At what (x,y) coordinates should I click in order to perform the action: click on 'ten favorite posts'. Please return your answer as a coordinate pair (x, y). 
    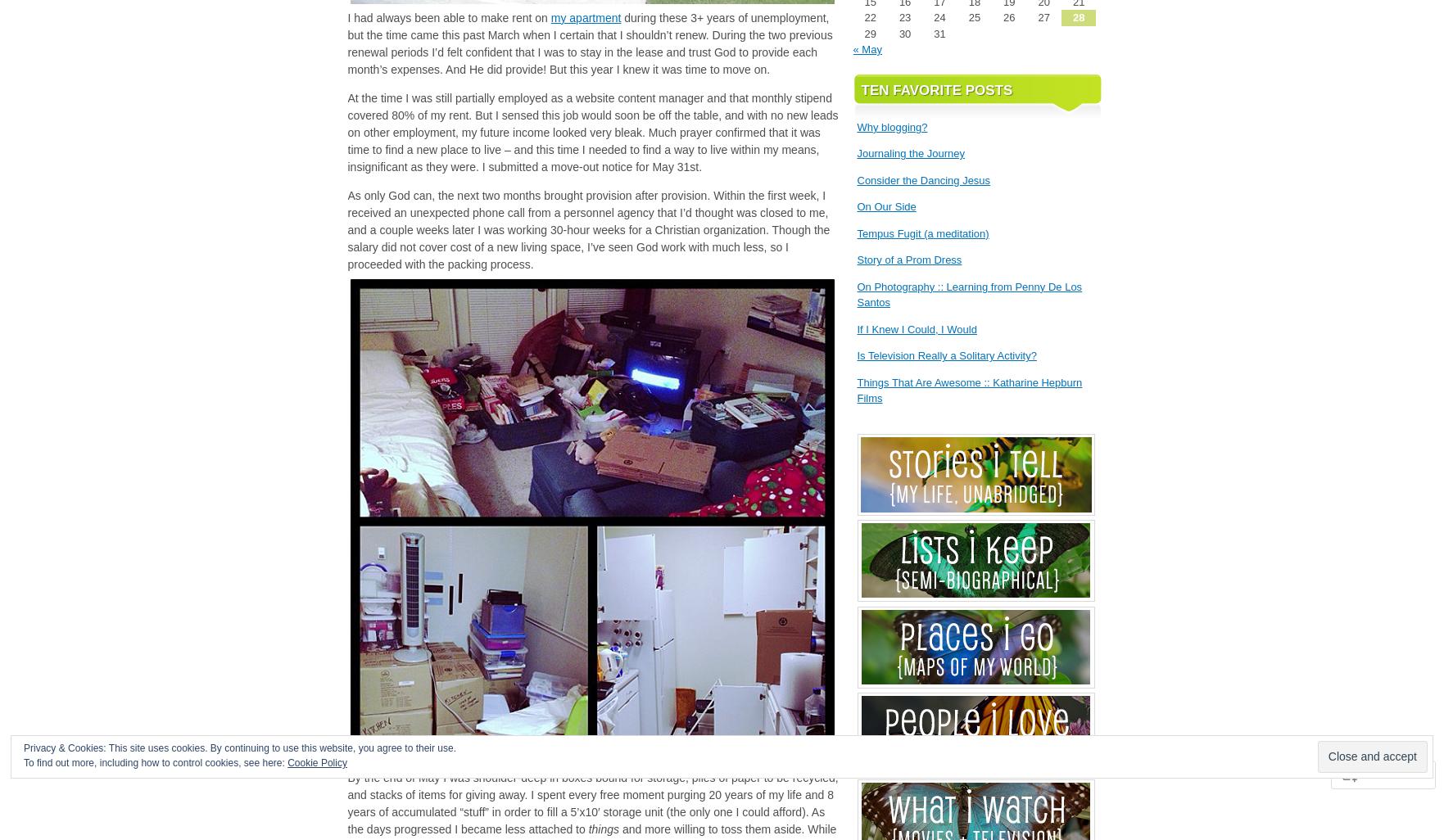
    Looking at the image, I should click on (935, 89).